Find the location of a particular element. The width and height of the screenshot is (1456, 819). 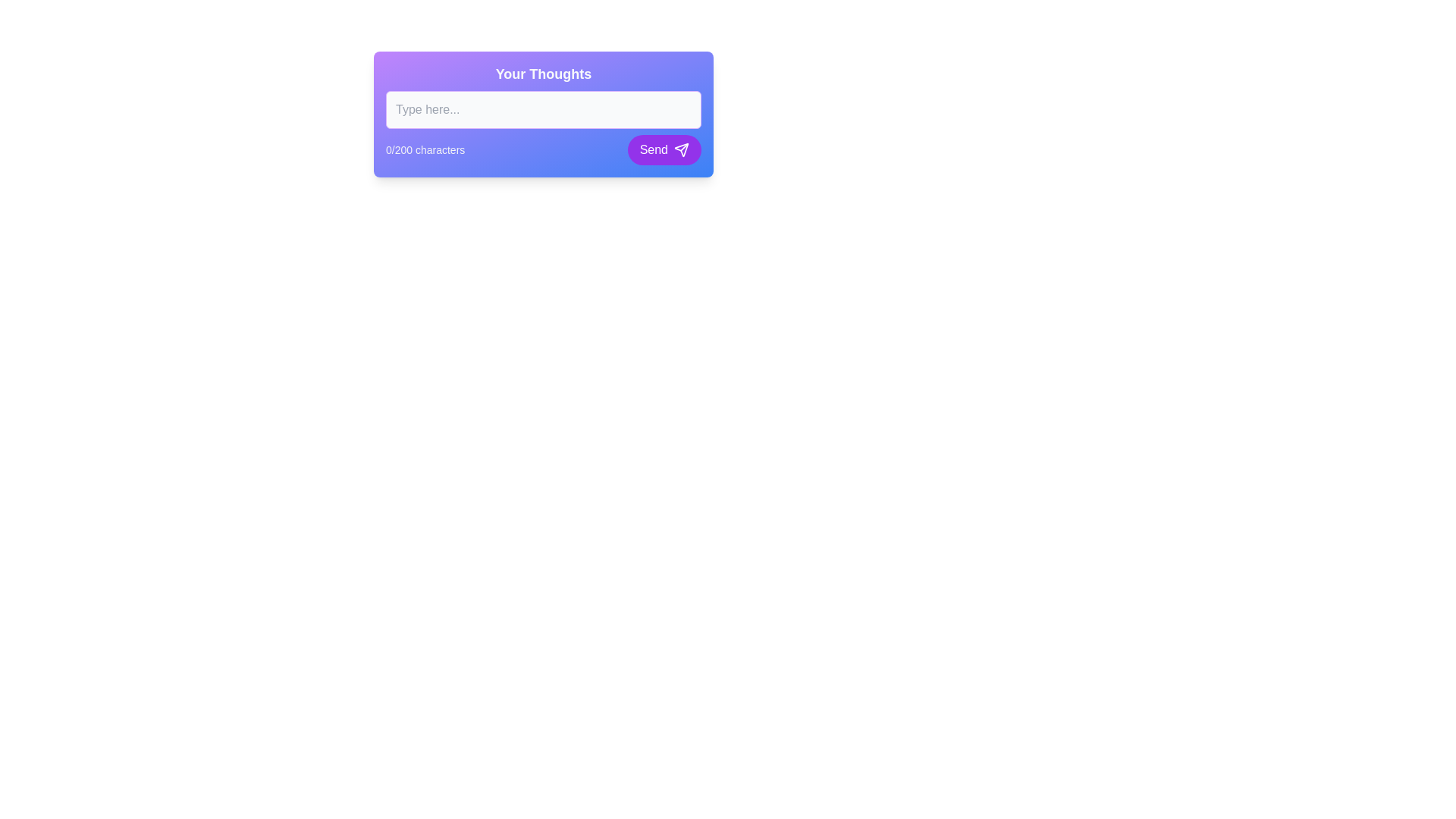

the 'Send' button with a purple gradient background and white text is located at coordinates (664, 149).